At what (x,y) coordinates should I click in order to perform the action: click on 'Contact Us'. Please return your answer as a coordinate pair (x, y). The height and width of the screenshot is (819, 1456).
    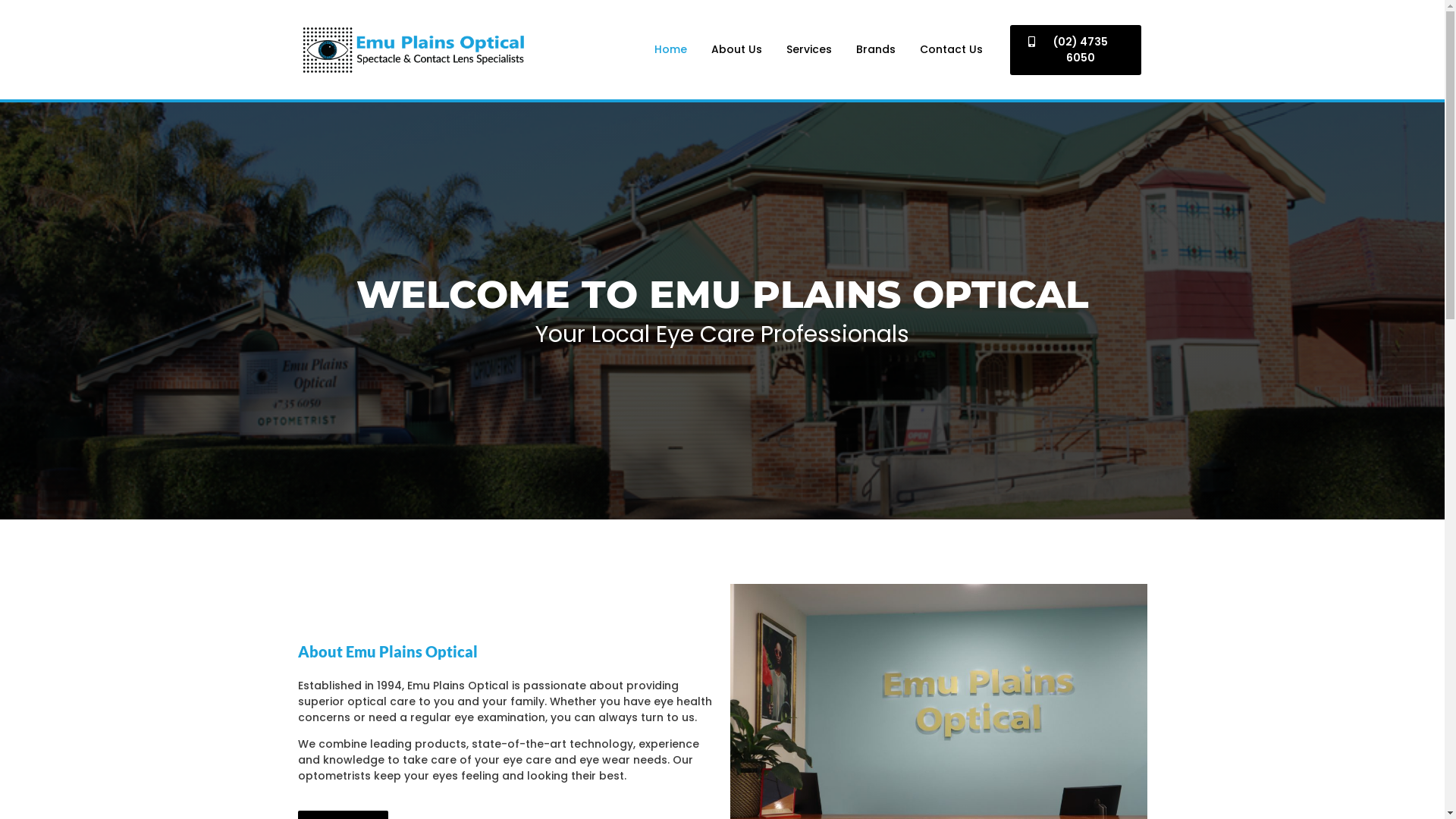
    Looking at the image, I should click on (950, 49).